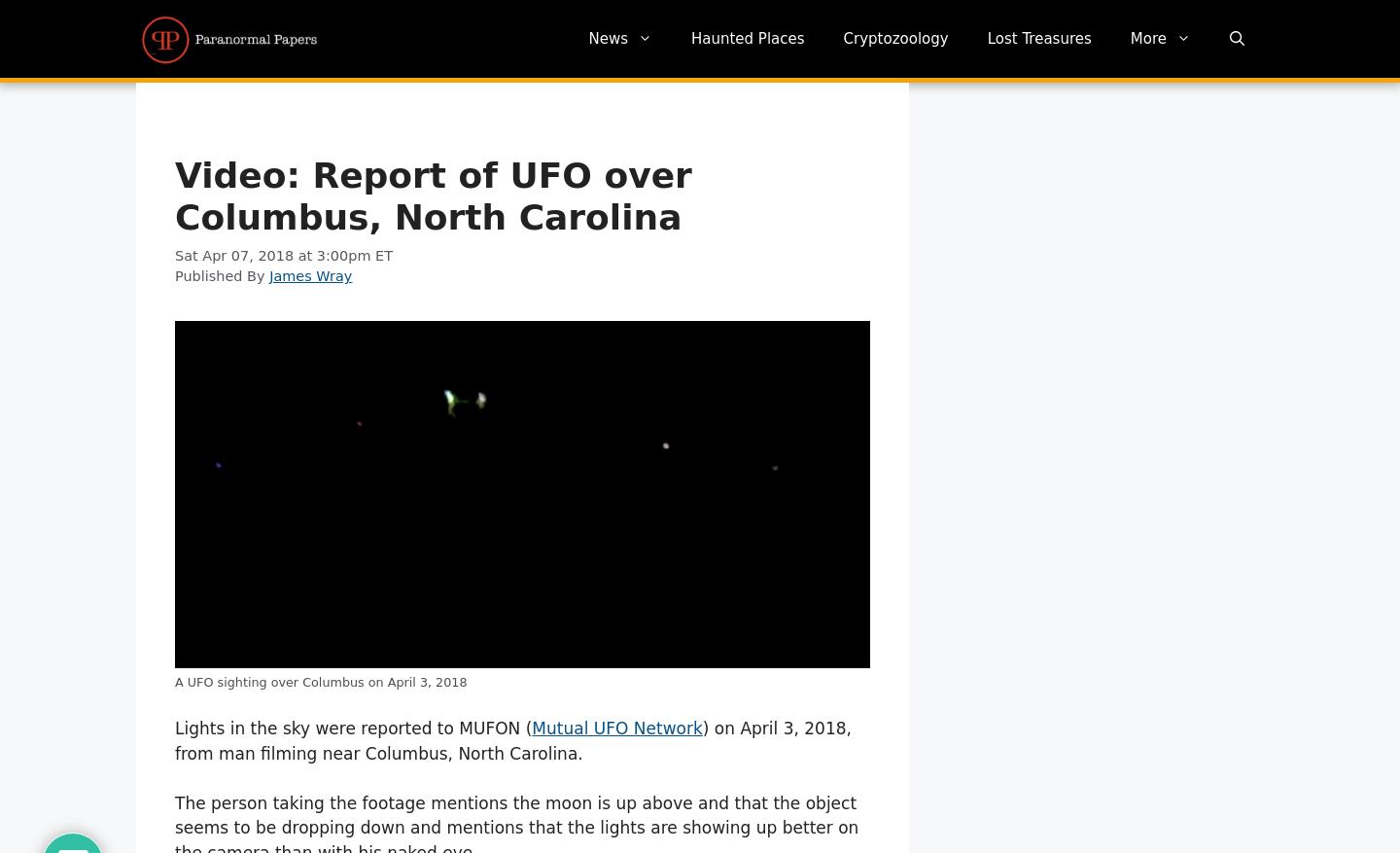 The width and height of the screenshot is (1400, 853). I want to click on 'Lost Treasures', so click(1038, 37).